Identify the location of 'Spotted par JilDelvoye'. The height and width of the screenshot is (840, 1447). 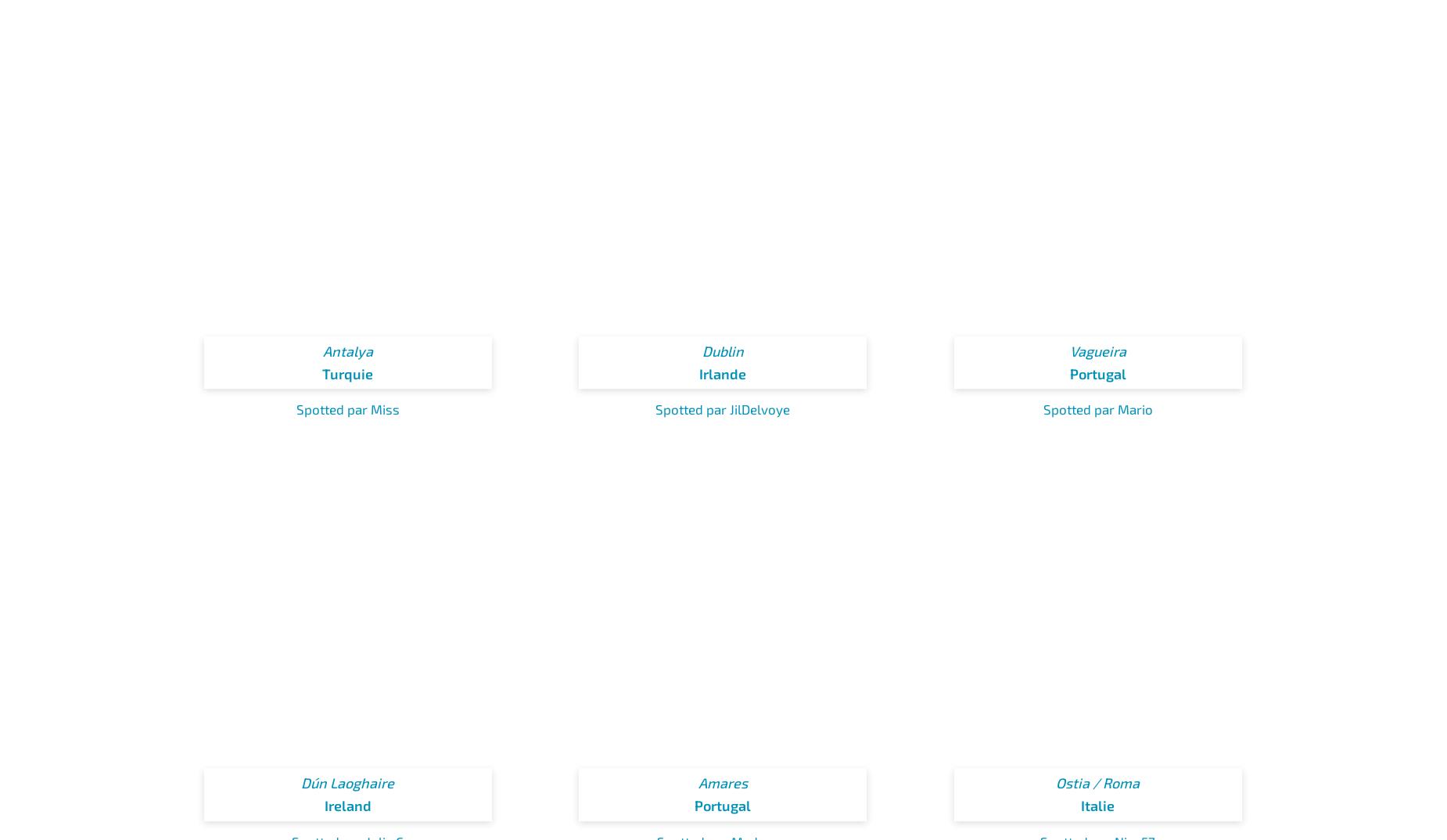
(723, 409).